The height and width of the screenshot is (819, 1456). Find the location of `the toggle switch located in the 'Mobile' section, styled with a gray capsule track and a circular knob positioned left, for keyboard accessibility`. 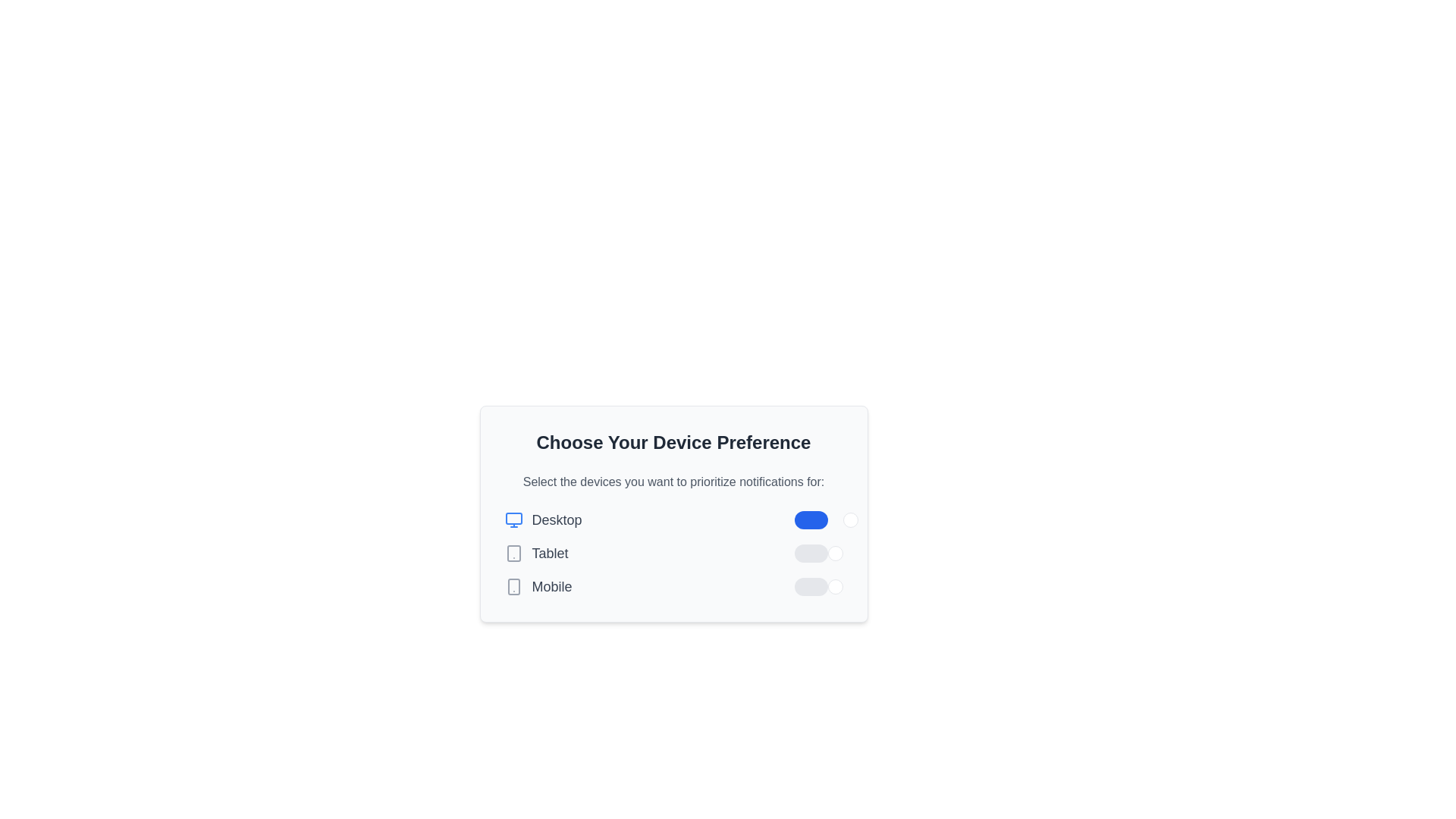

the toggle switch located in the 'Mobile' section, styled with a gray capsule track and a circular knob positioned left, for keyboard accessibility is located at coordinates (817, 586).